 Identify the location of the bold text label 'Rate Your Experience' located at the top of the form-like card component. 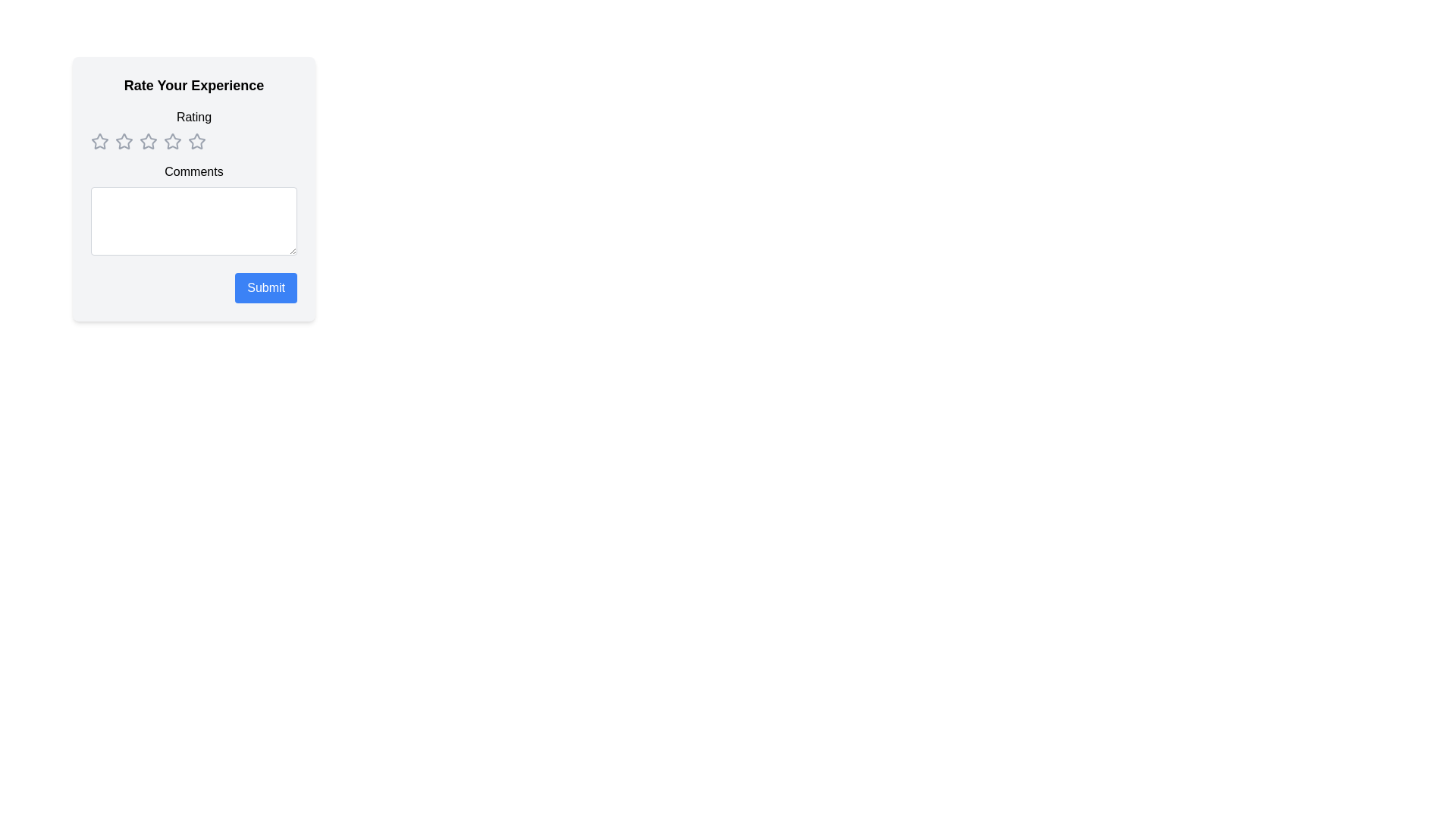
(193, 85).